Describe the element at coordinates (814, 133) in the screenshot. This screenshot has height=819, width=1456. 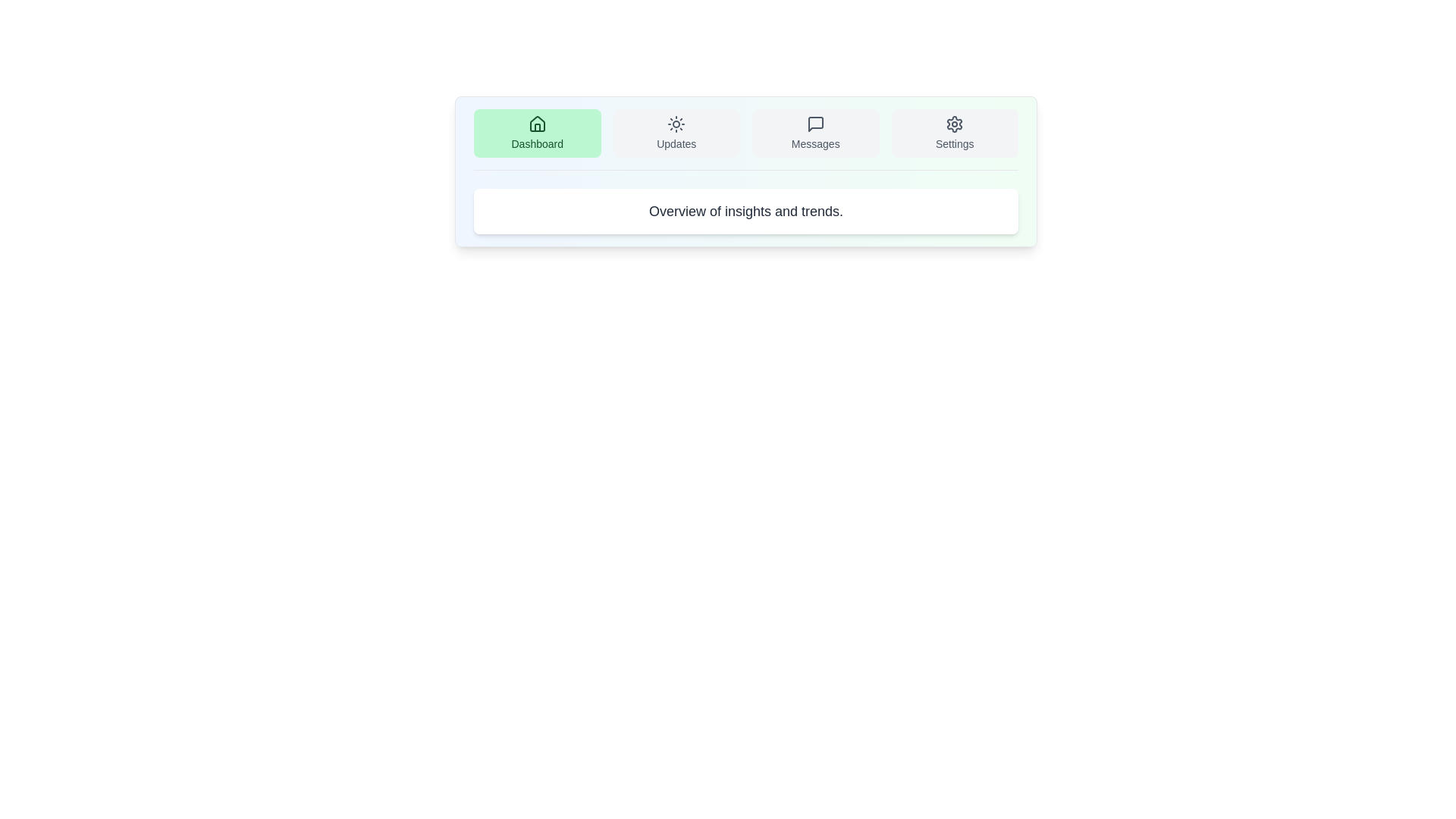
I see `the tab labeled Messages to observe the hover effect` at that location.